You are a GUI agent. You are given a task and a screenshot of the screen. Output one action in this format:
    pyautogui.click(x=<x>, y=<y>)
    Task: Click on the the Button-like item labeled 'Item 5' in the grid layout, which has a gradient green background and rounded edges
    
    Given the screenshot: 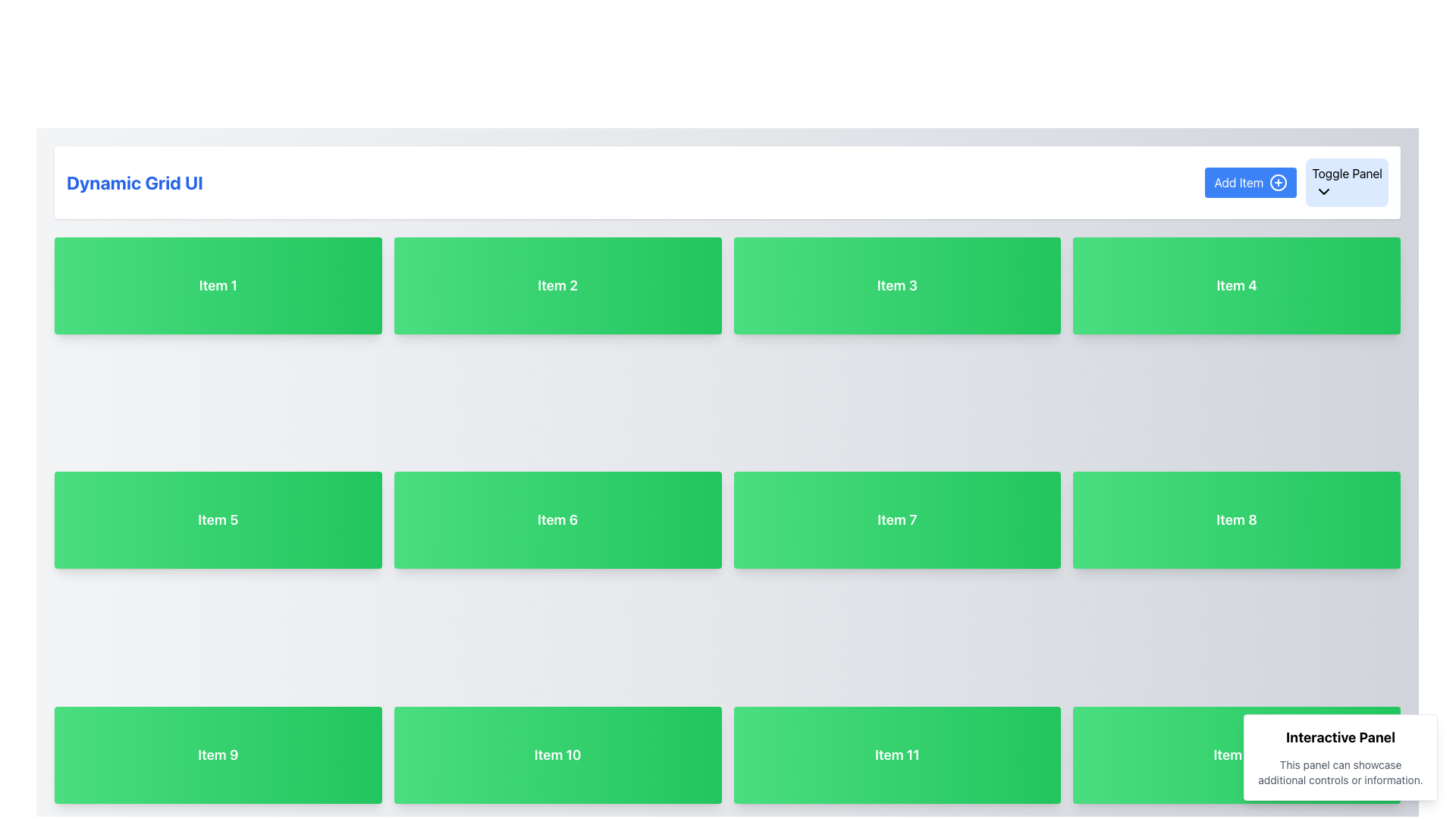 What is the action you would take?
    pyautogui.click(x=217, y=519)
    